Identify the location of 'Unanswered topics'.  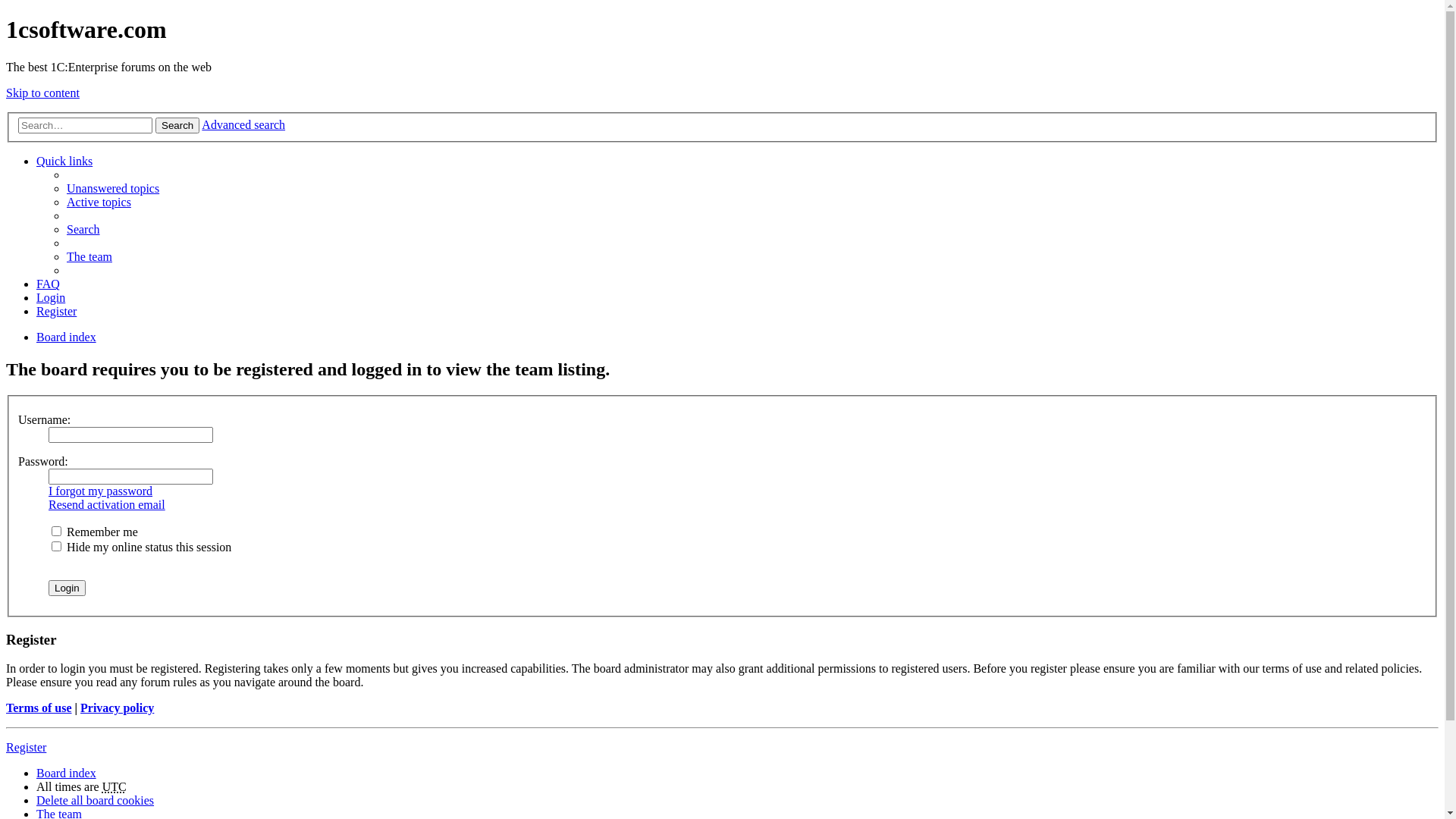
(111, 187).